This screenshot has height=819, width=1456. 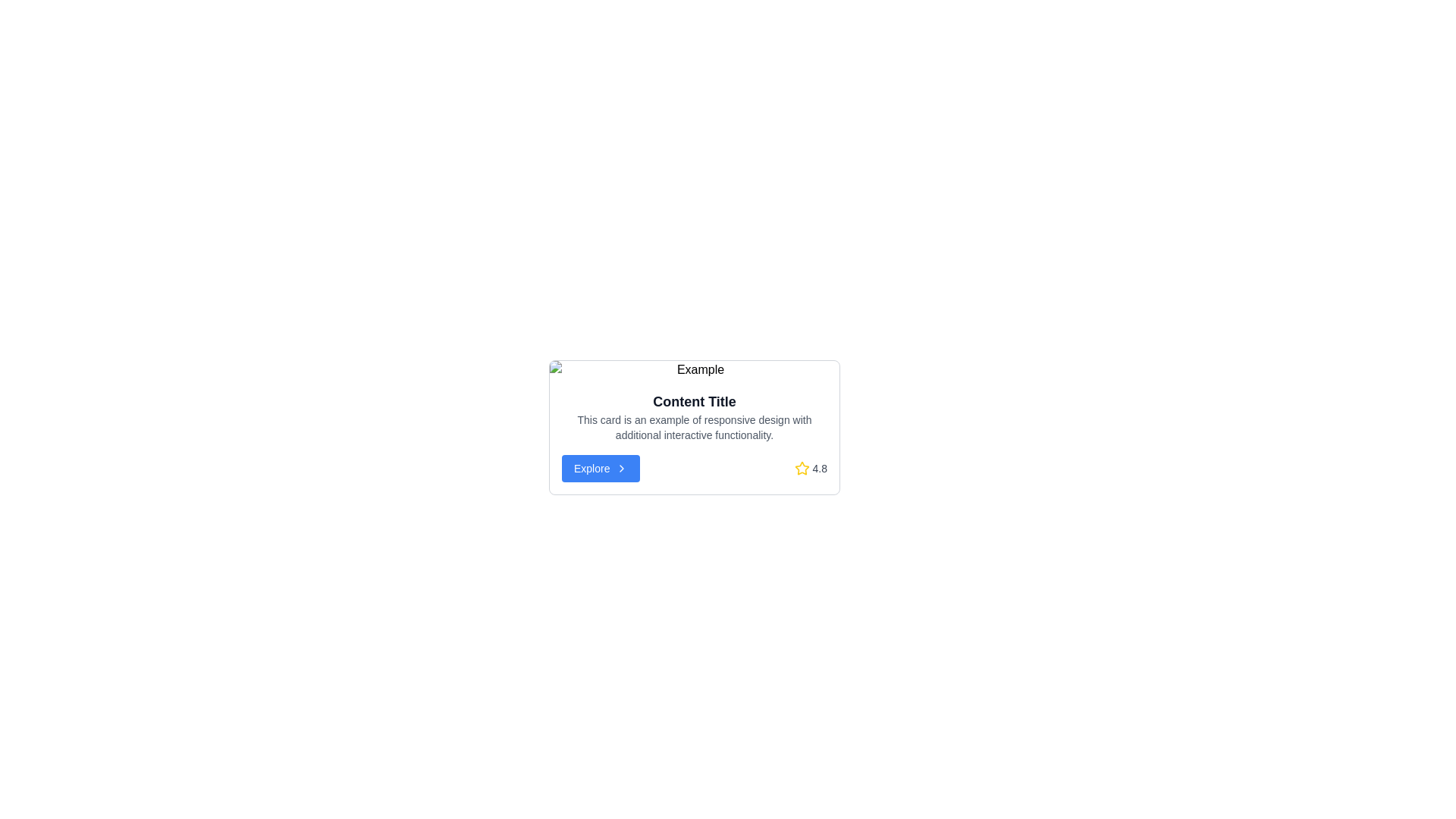 I want to click on the rating indicator displaying a score of 4.8, located towards the right within a card-like layout, so click(x=810, y=467).